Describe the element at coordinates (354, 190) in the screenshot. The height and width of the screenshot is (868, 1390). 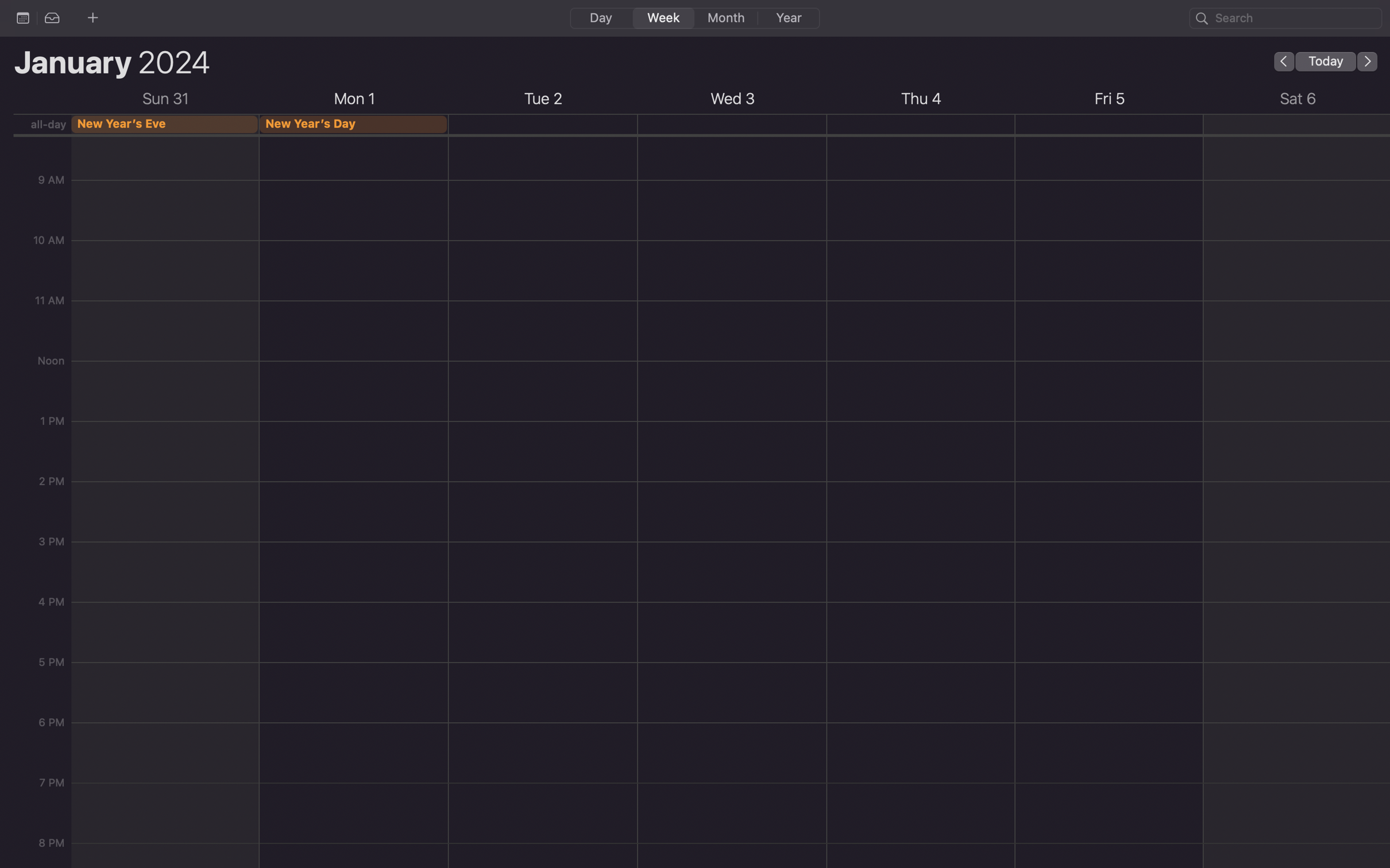
I see `Schedule a function at 10 am on the upcoming Monday` at that location.